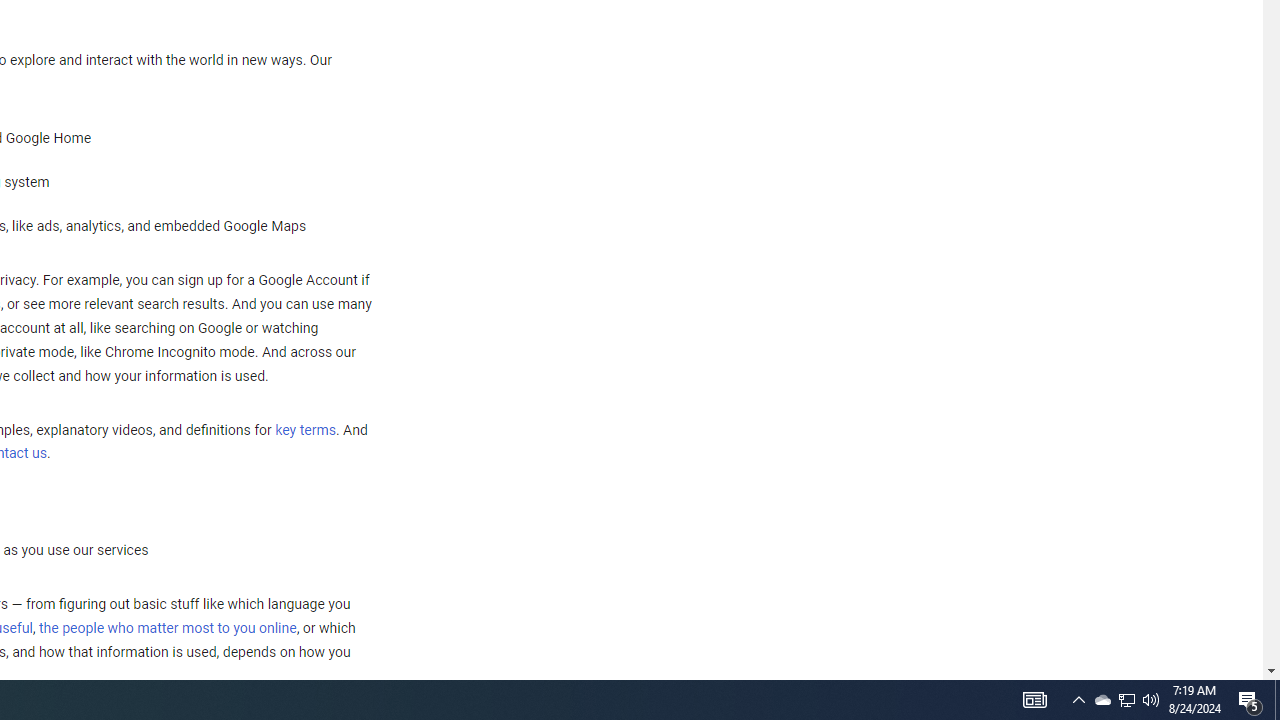 The width and height of the screenshot is (1280, 720). I want to click on 'key terms', so click(304, 429).